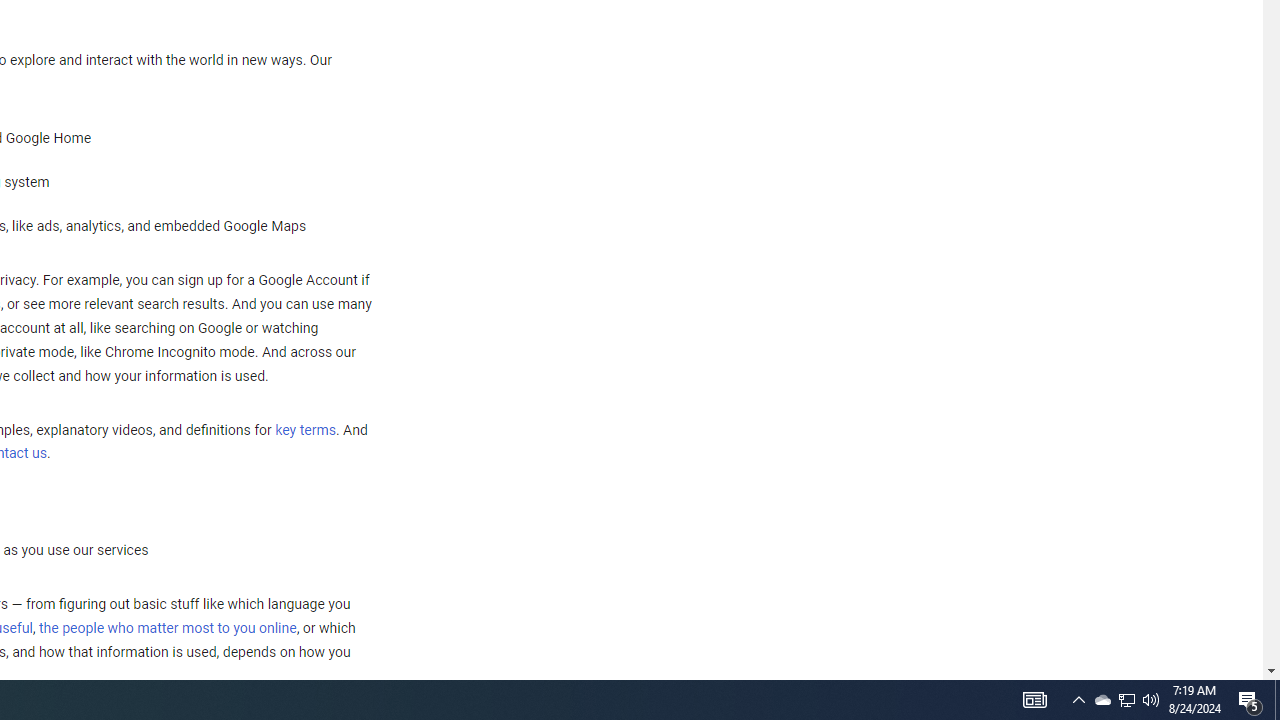 The width and height of the screenshot is (1280, 720). I want to click on 'key terms', so click(304, 429).